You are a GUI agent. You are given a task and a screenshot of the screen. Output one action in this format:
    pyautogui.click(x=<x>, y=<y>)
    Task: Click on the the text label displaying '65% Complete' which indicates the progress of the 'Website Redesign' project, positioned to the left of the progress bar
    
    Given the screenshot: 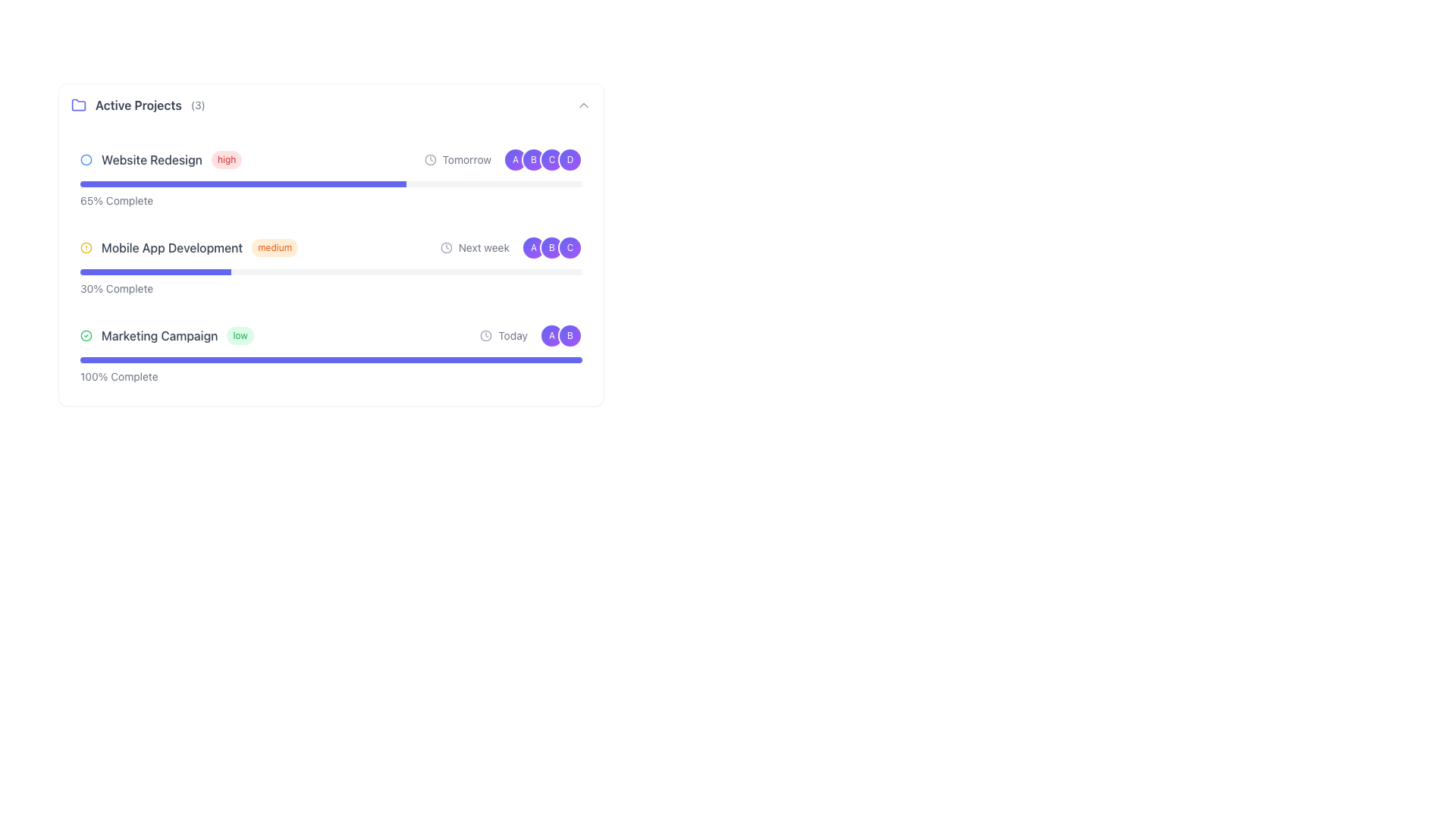 What is the action you would take?
    pyautogui.click(x=116, y=200)
    